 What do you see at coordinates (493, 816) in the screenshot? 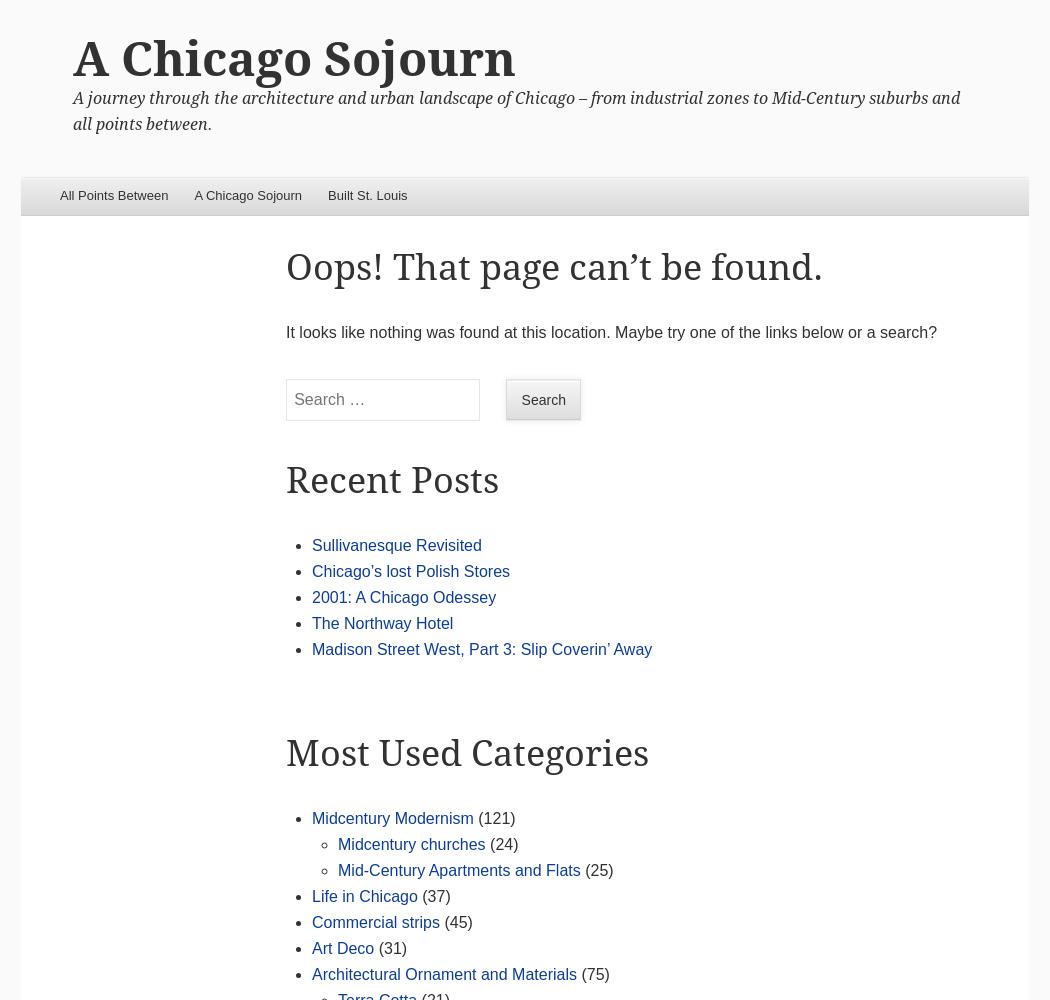
I see `'(121)'` at bounding box center [493, 816].